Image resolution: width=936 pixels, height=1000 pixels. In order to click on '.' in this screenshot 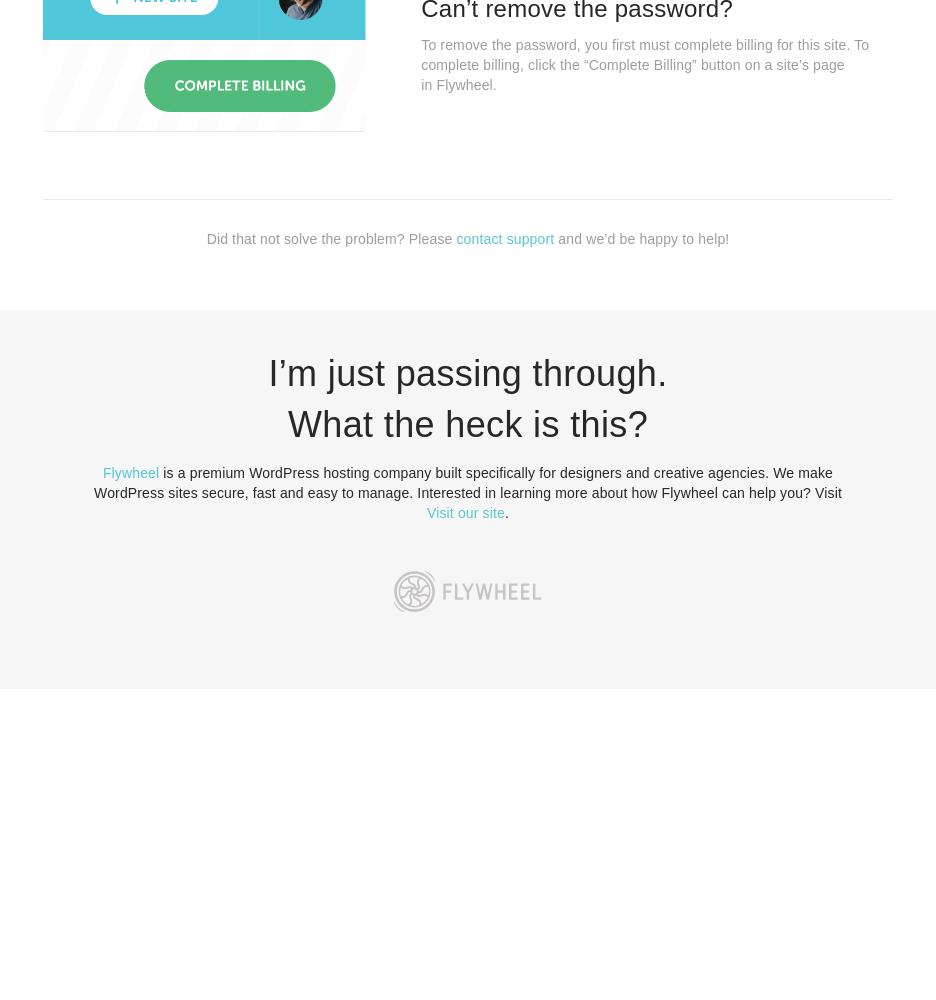, I will do `click(505, 513)`.